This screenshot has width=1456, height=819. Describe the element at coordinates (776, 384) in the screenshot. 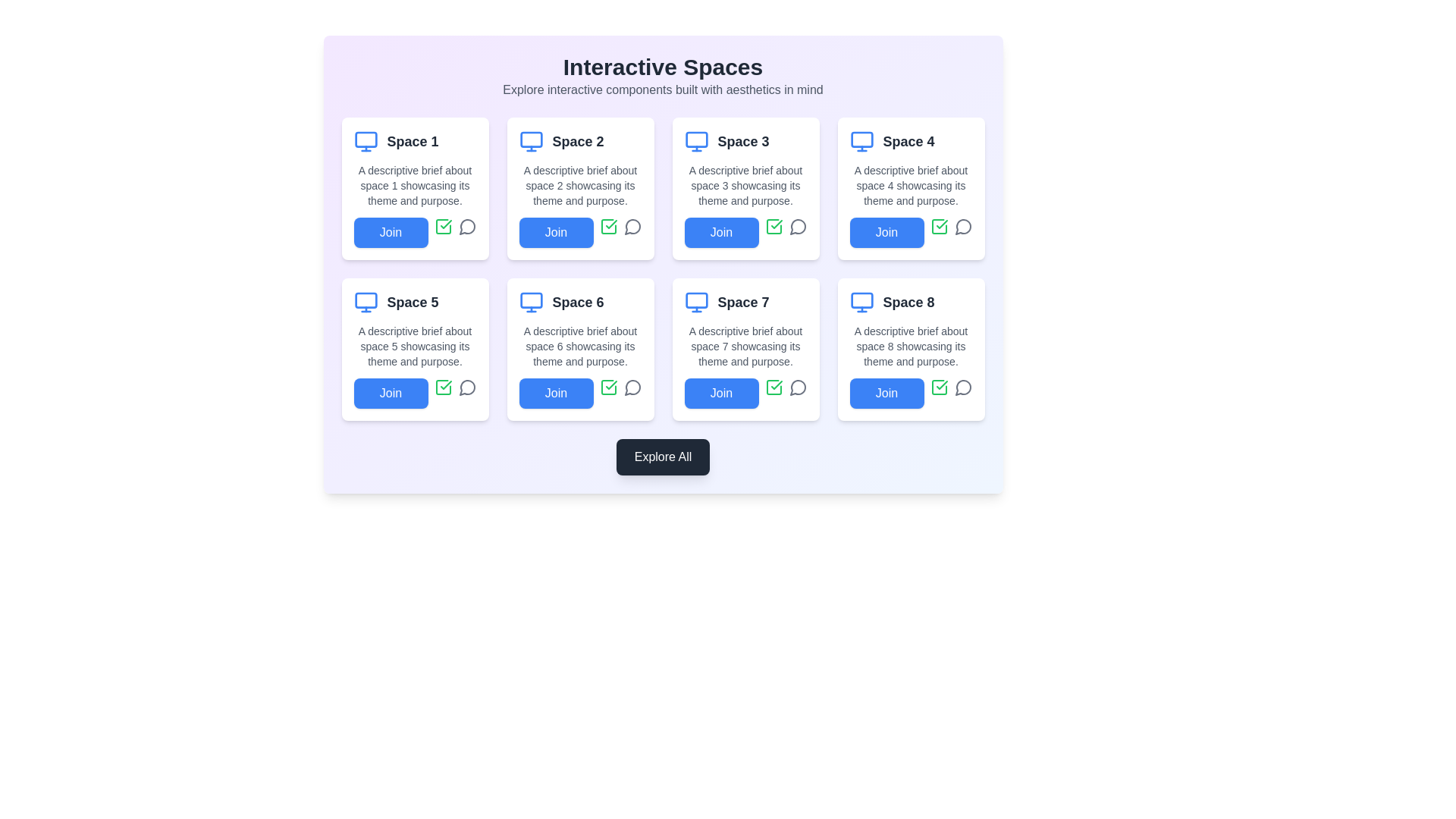

I see `the confirmation icon located in 'Space 7', which is the second icon in a sequence of three, positioned to the right of the 'Join' button` at that location.